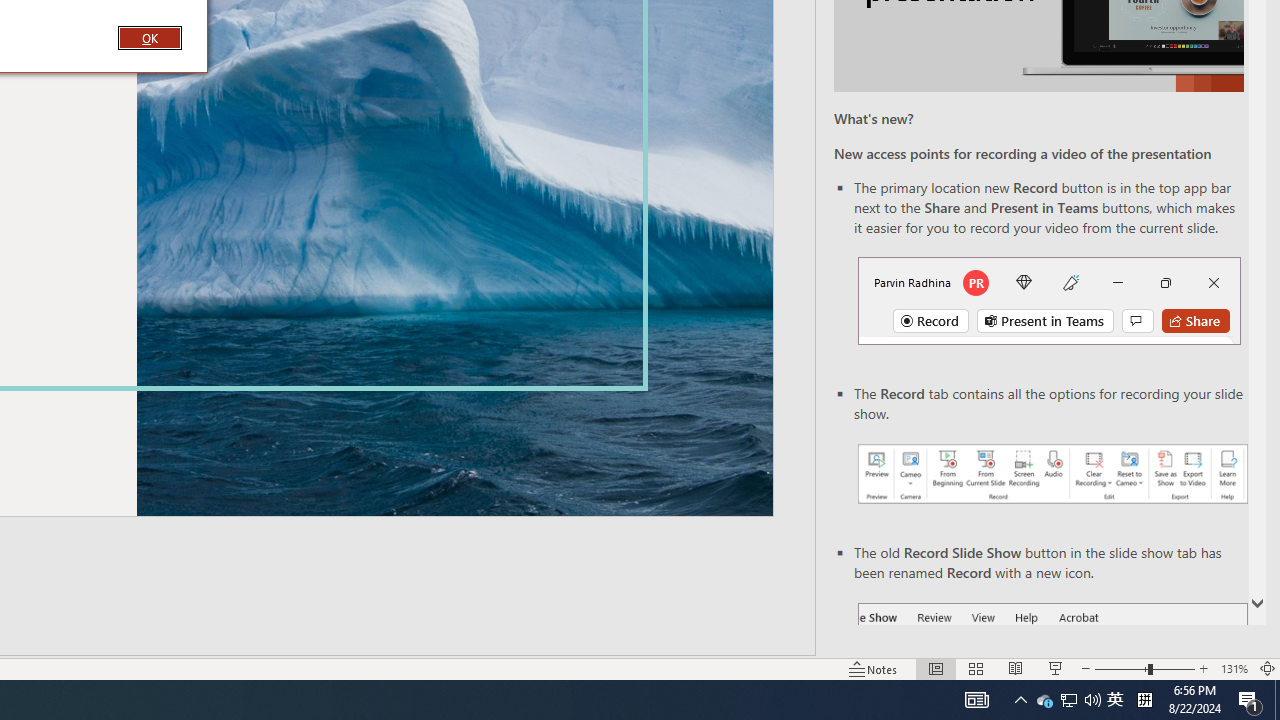 The image size is (1280, 720). Describe the element at coordinates (1144, 669) in the screenshot. I see `'Zoom'` at that location.